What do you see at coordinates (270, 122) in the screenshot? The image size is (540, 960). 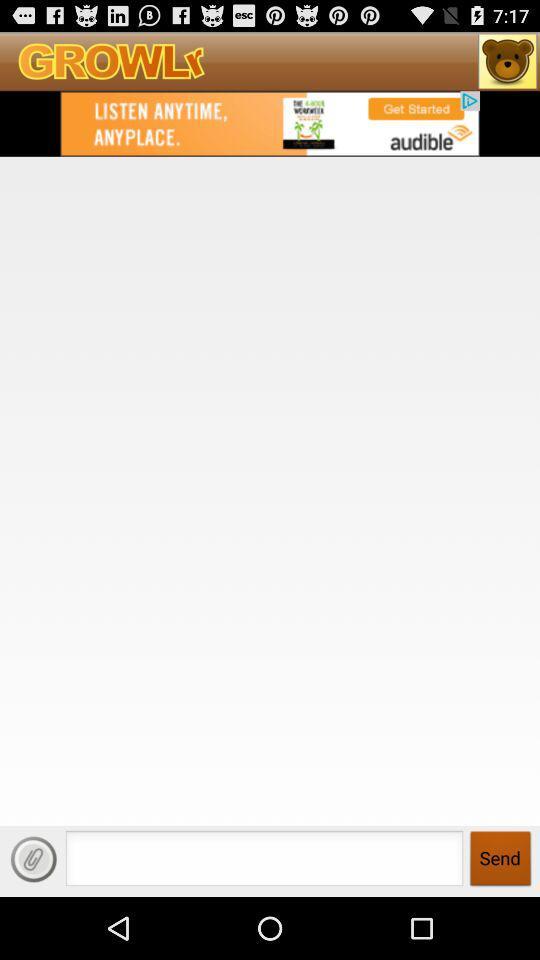 I see `gay community` at bounding box center [270, 122].